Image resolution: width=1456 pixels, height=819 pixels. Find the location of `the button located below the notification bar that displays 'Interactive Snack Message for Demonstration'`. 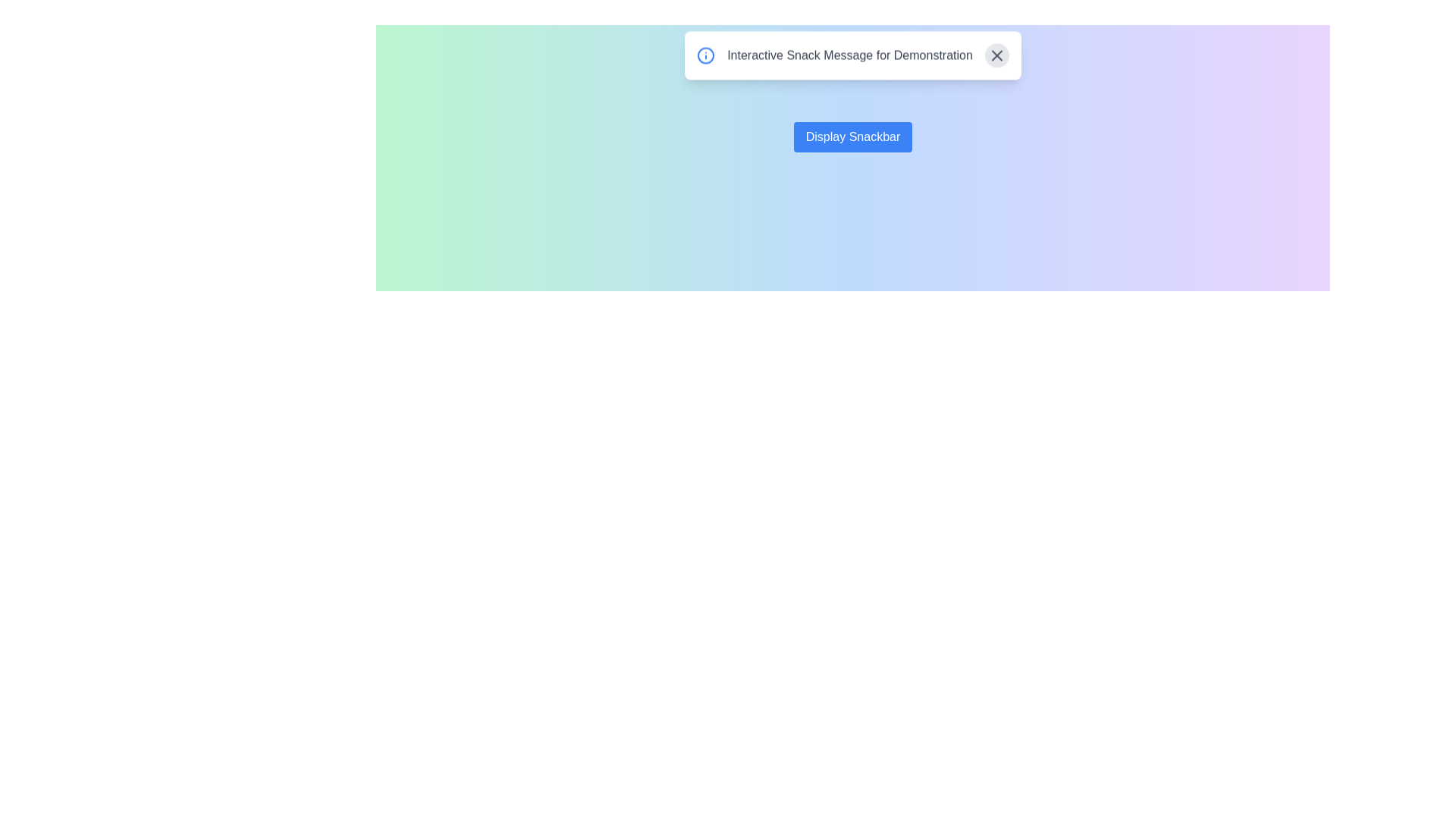

the button located below the notification bar that displays 'Interactive Snack Message for Demonstration' is located at coordinates (852, 137).